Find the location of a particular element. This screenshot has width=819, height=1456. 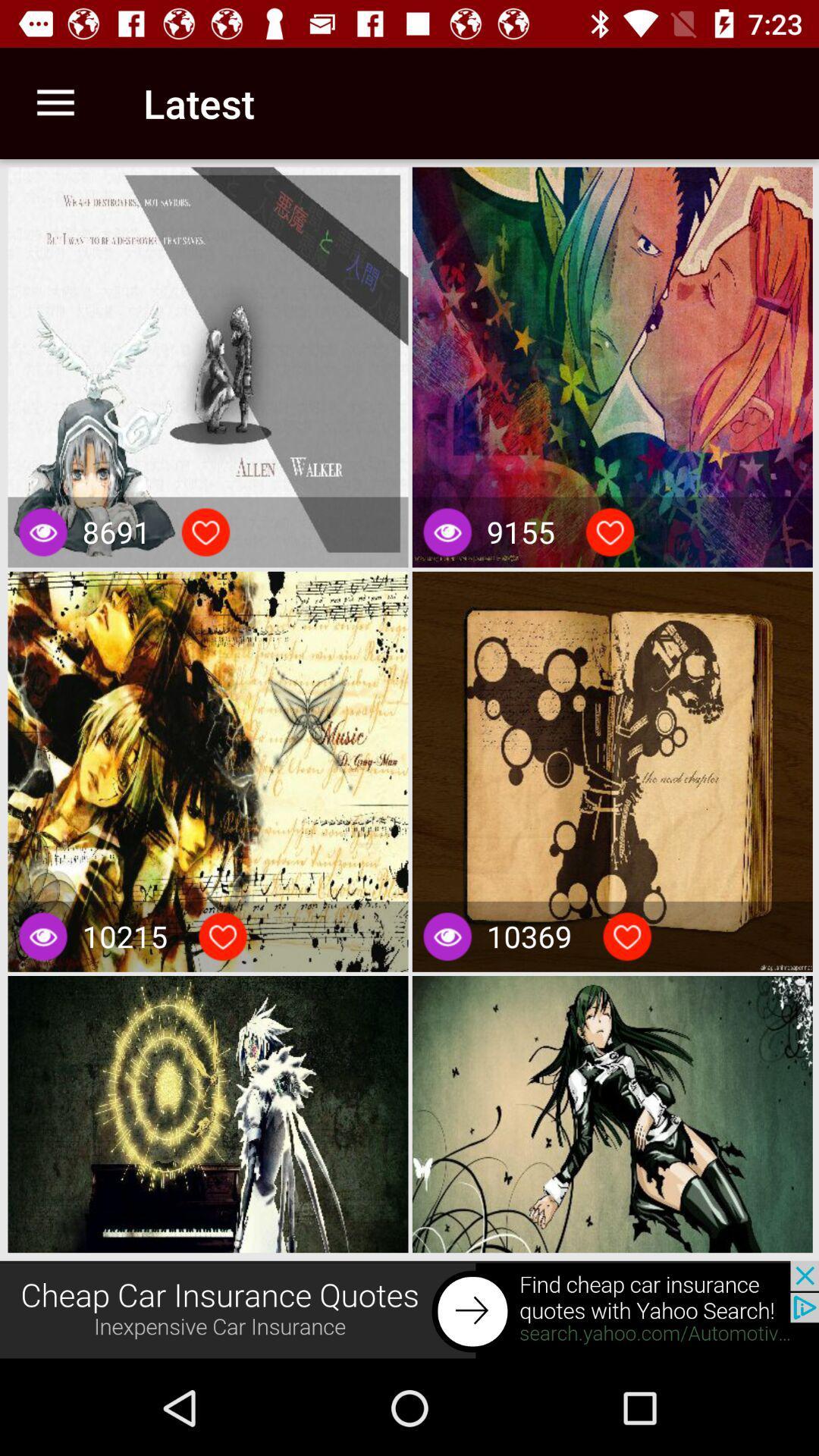

the icon left to the text 8691 is located at coordinates (42, 532).